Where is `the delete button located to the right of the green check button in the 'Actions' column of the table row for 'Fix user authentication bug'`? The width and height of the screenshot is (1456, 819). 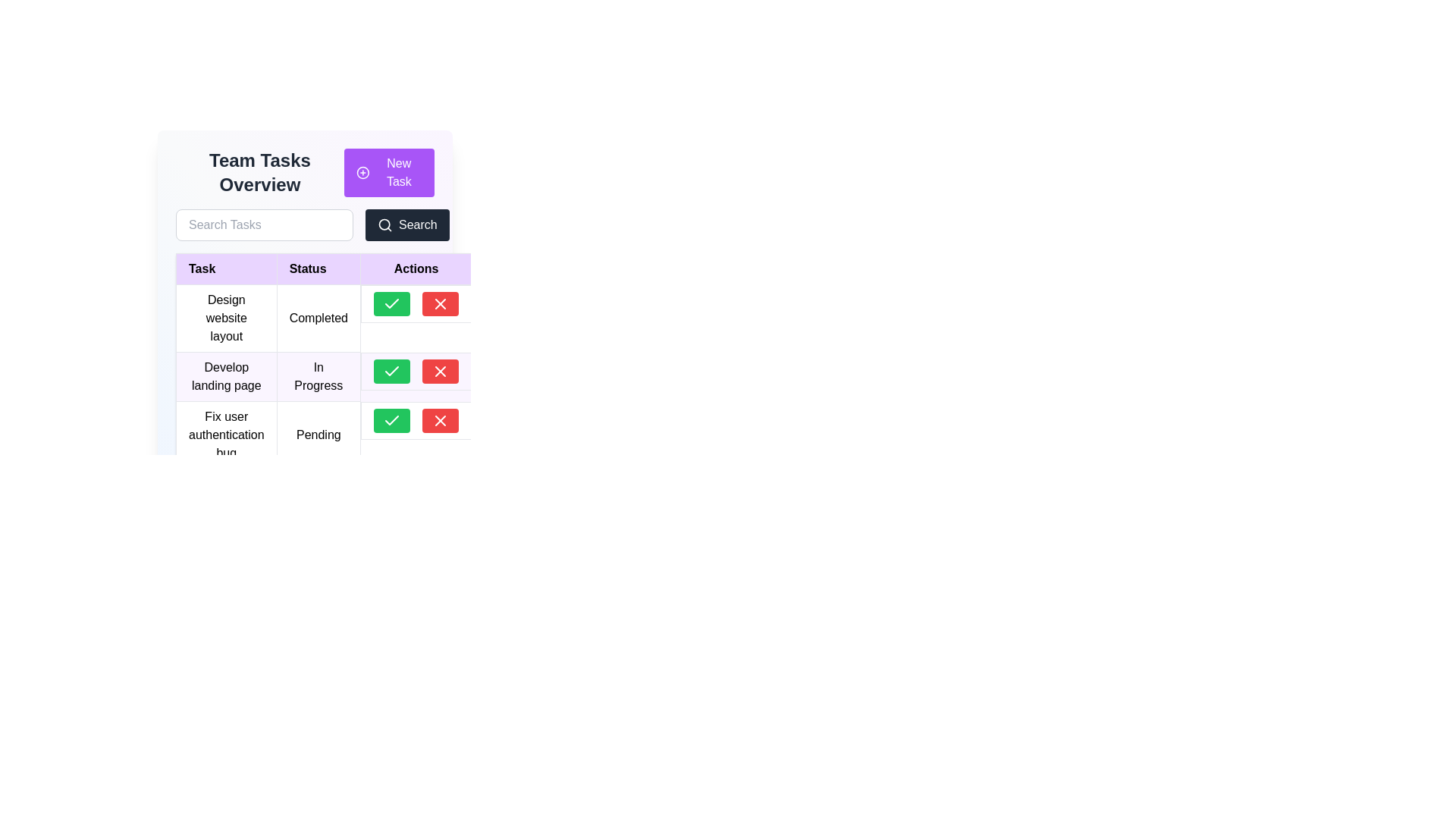 the delete button located to the right of the green check button in the 'Actions' column of the table row for 'Fix user authentication bug' is located at coordinates (439, 420).